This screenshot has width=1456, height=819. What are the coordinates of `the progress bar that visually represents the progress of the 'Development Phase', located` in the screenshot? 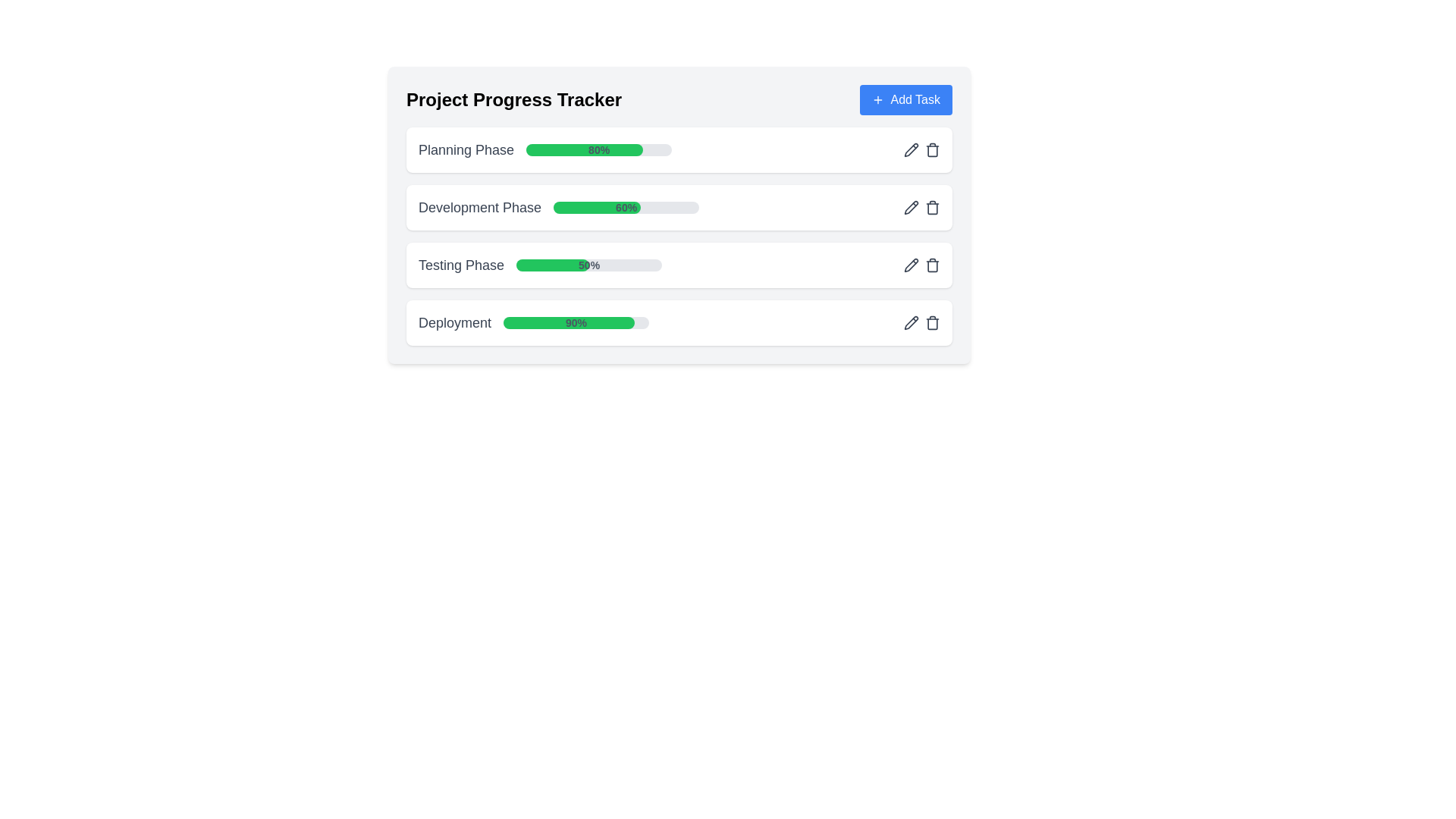 It's located at (626, 207).